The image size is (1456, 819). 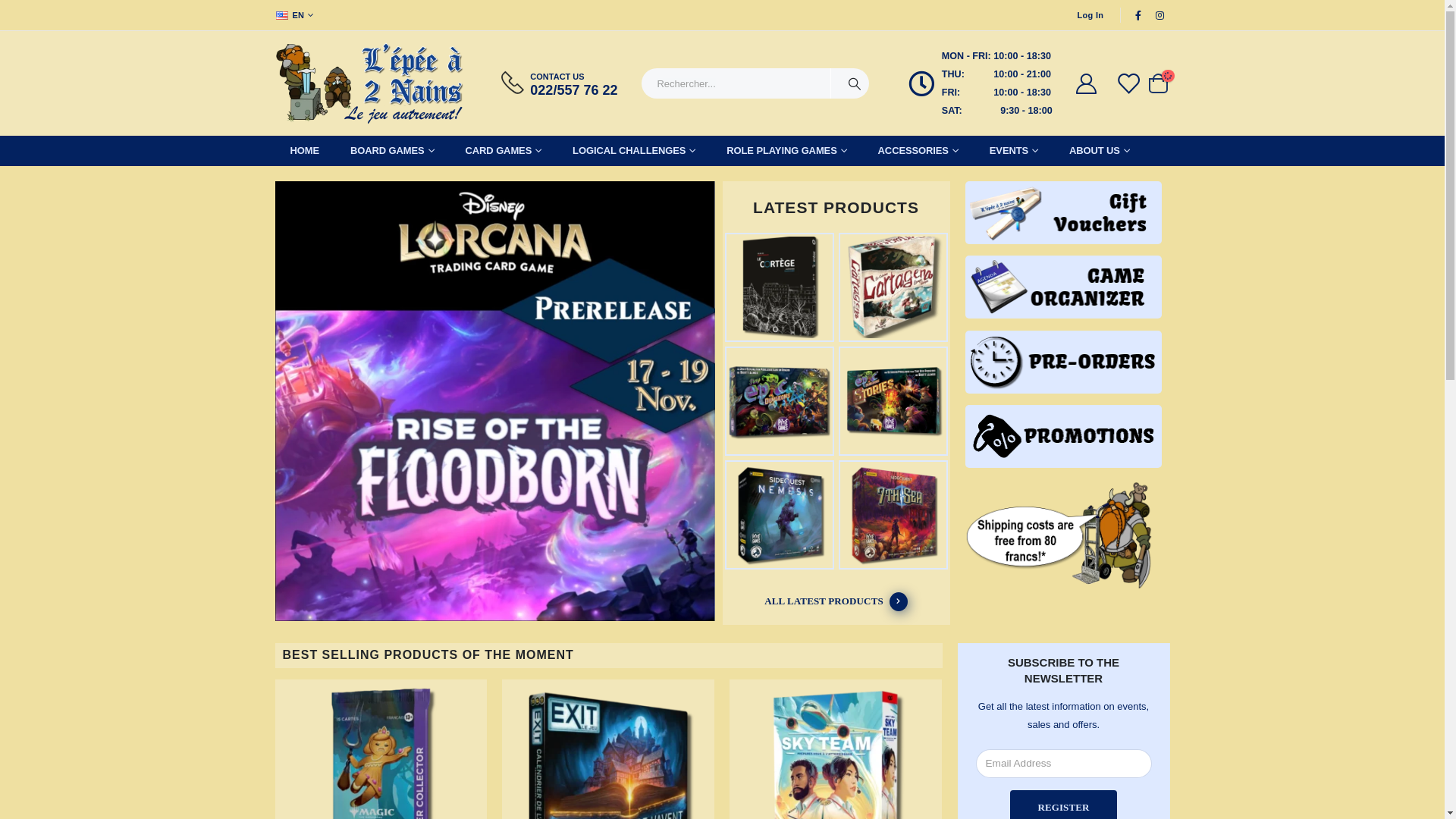 I want to click on 'ROLE PLAYING GAMES', so click(x=710, y=151).